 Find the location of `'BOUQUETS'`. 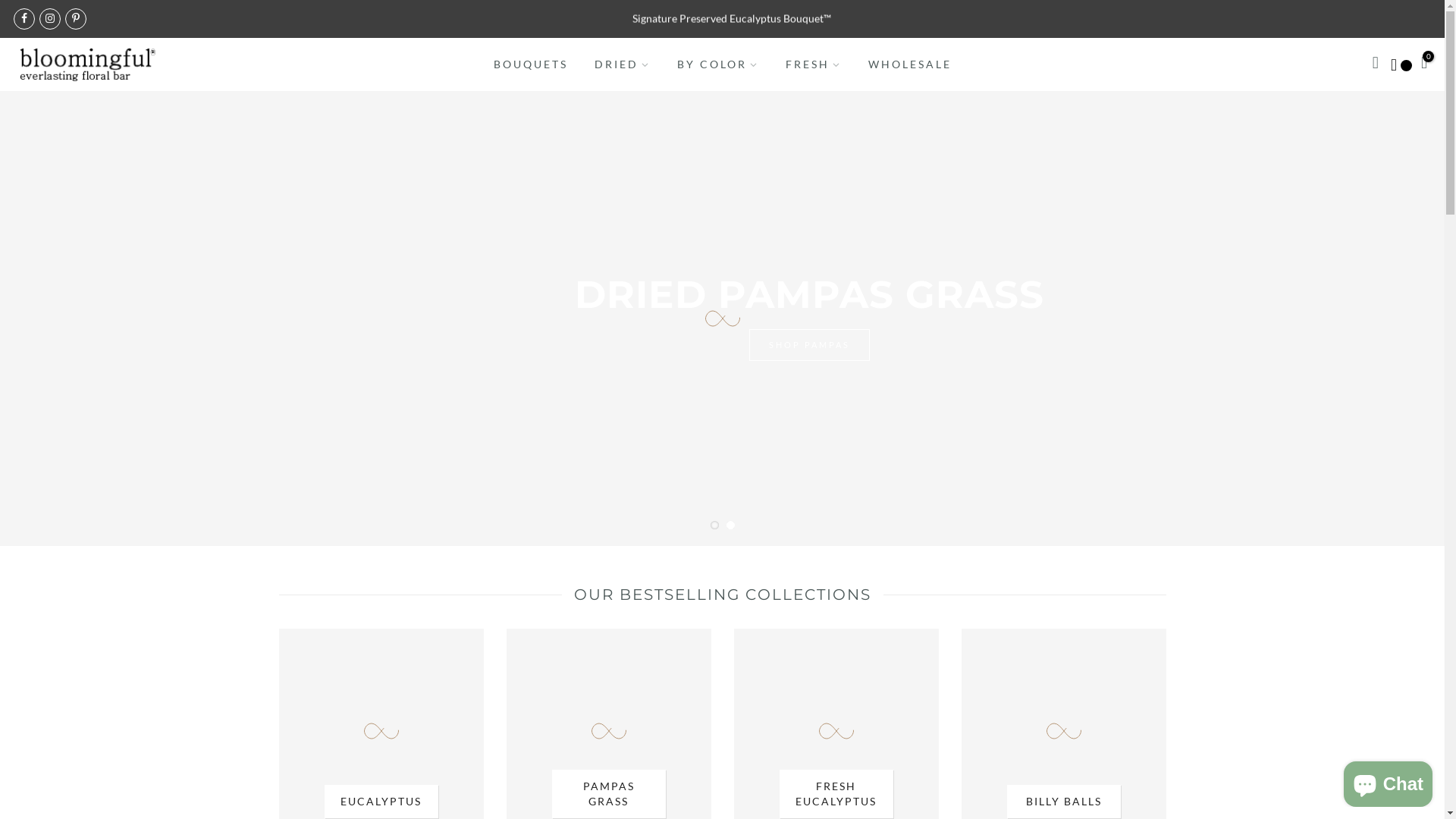

'BOUQUETS' is located at coordinates (530, 63).